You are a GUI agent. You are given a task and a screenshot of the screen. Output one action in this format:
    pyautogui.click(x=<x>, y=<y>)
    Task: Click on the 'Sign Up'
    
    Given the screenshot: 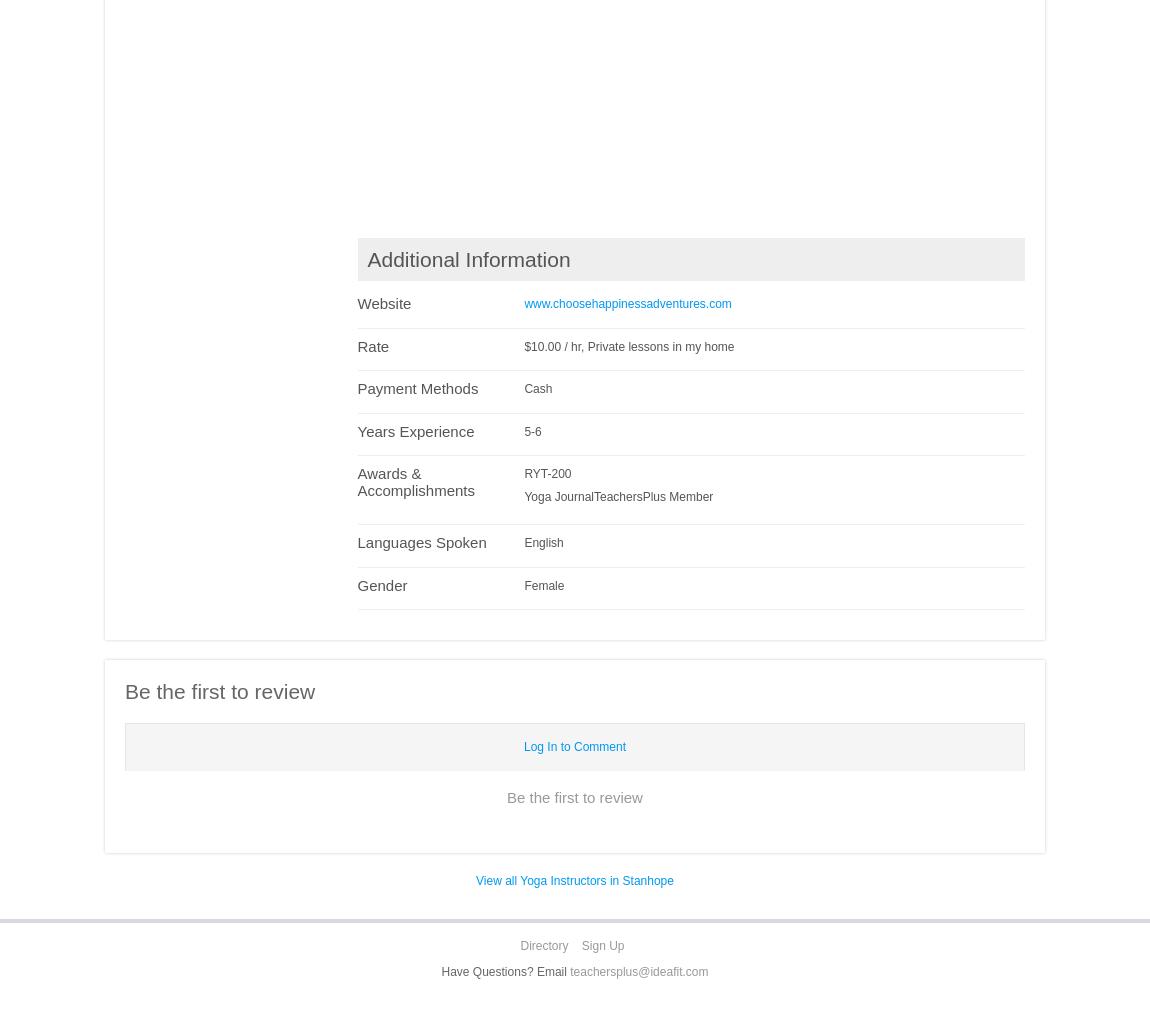 What is the action you would take?
    pyautogui.click(x=579, y=945)
    